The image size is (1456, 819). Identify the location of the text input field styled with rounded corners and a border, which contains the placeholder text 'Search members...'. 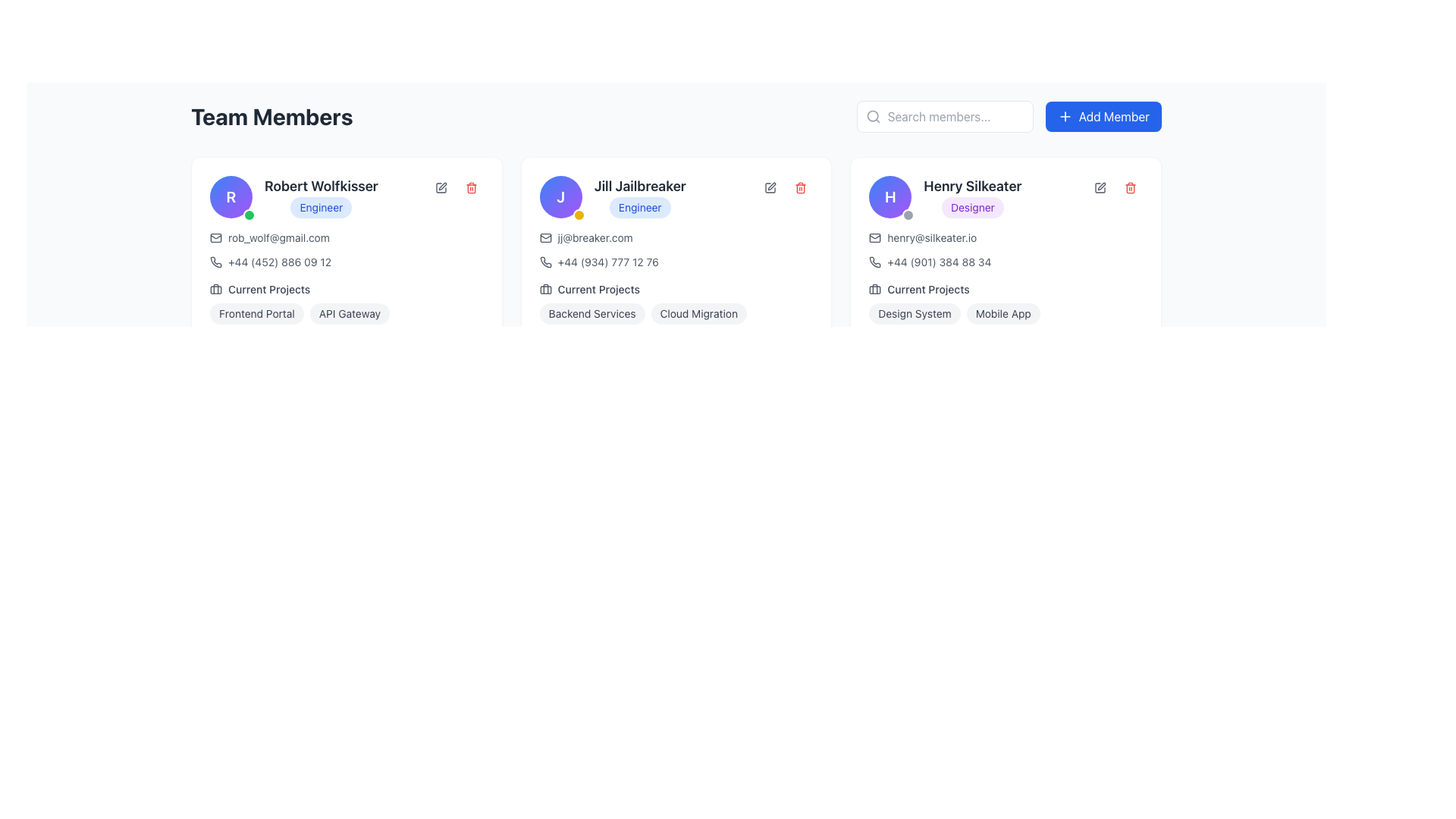
(944, 116).